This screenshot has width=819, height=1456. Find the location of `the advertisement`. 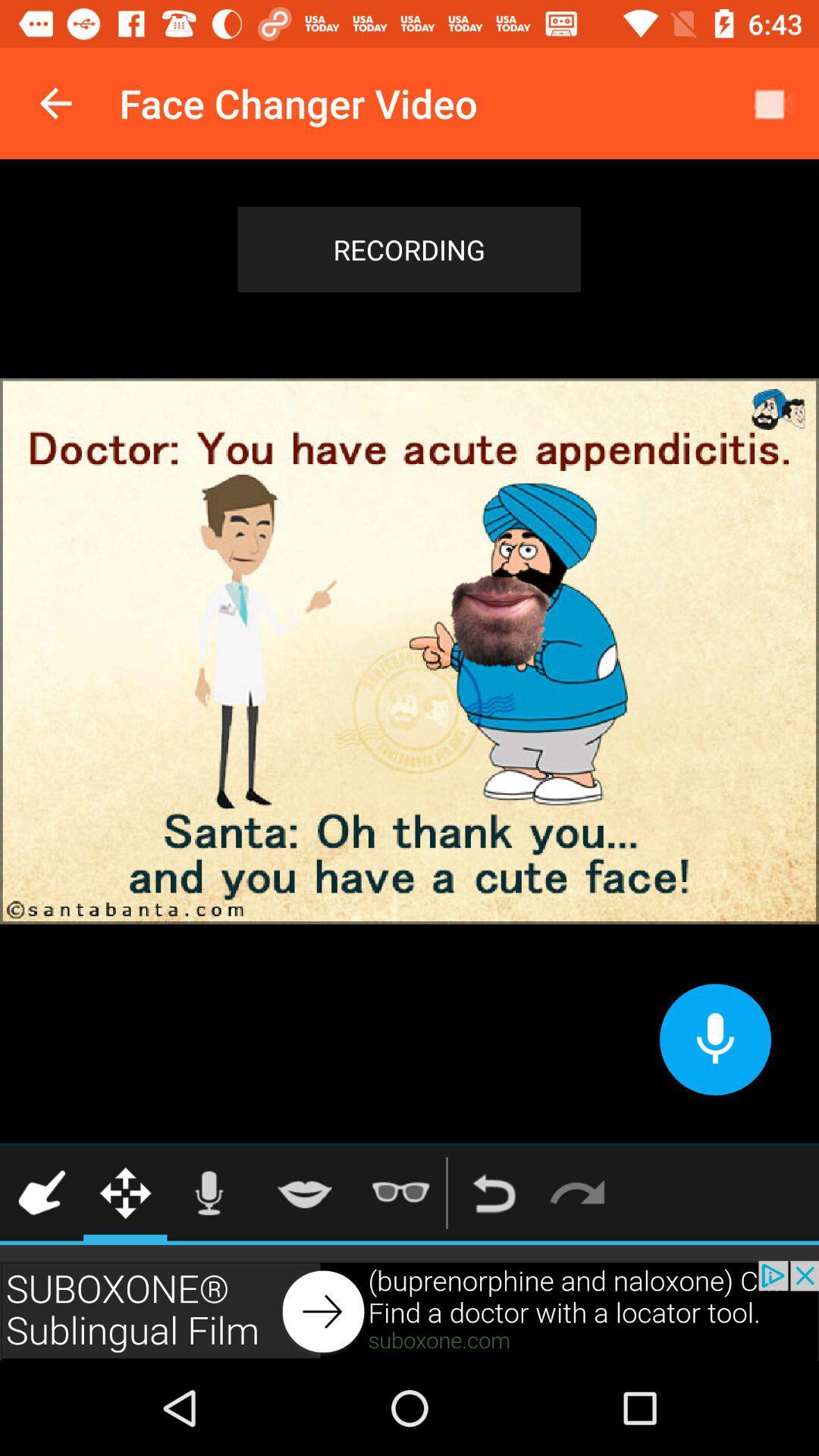

the advertisement is located at coordinates (409, 1310).